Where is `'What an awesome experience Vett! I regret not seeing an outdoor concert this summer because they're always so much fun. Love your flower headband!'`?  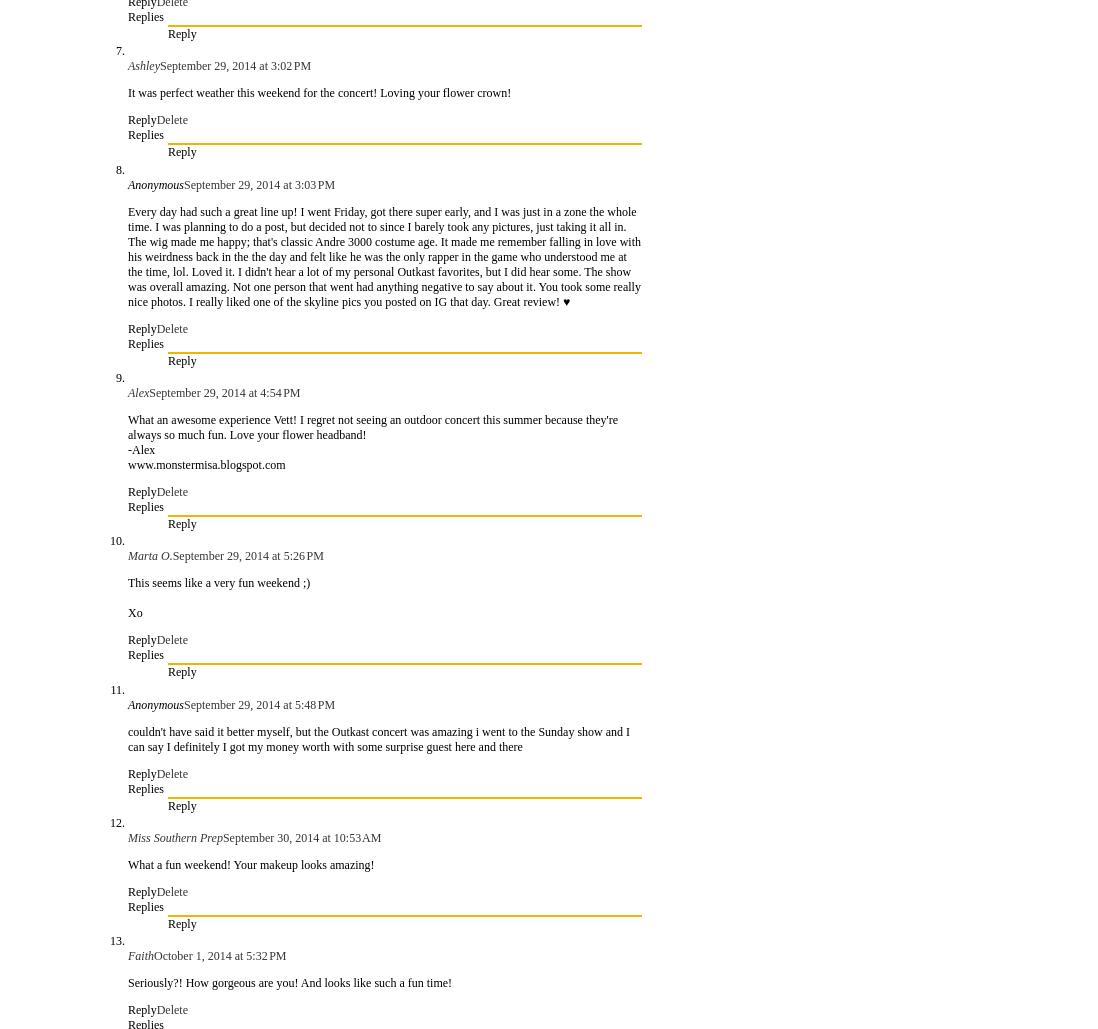
'What an awesome experience Vett! I regret not seeing an outdoor concert this summer because they're always so much fun. Love your flower headband!' is located at coordinates (128, 425).